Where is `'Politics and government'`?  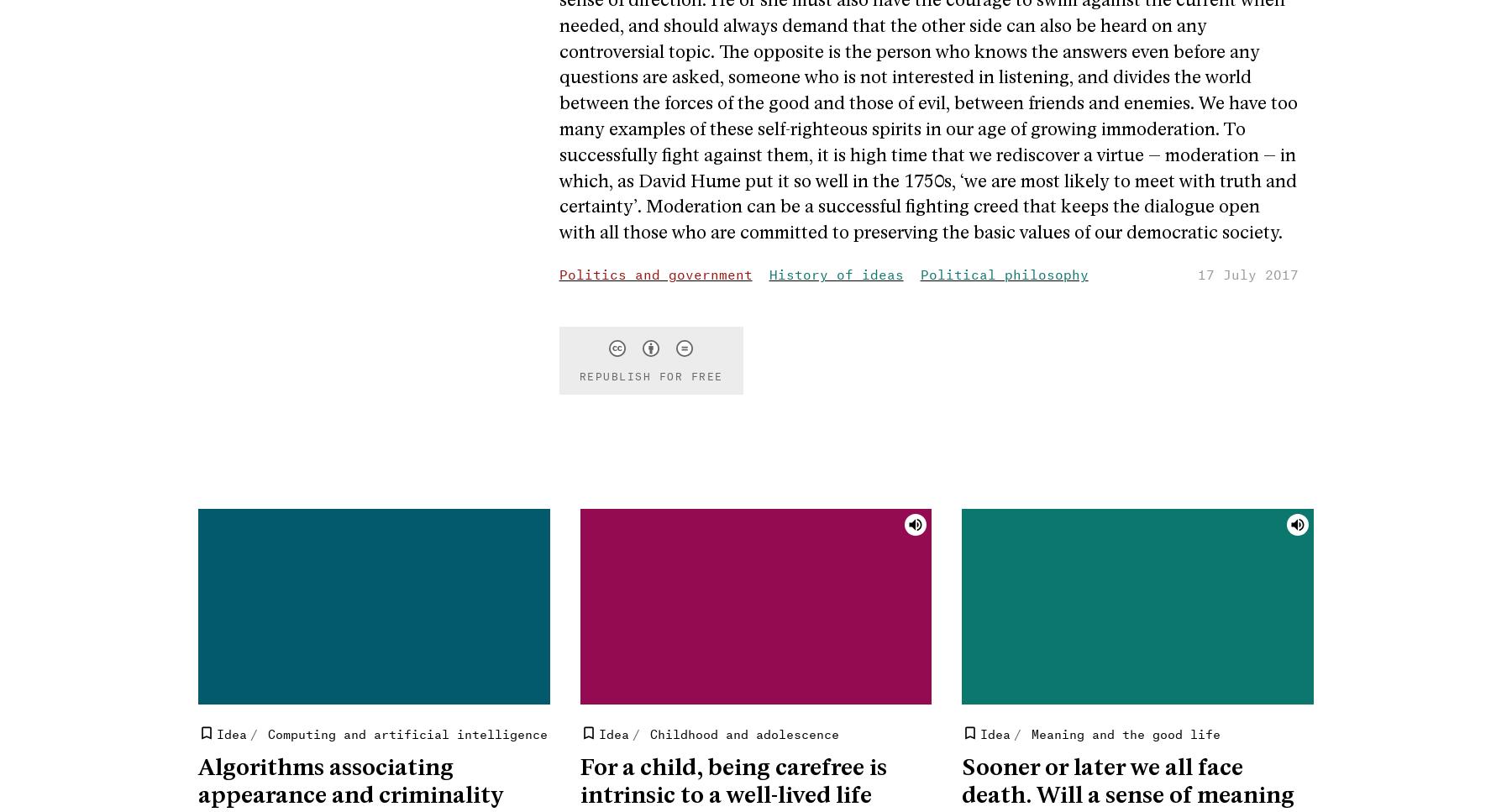
'Politics and government' is located at coordinates (654, 272).